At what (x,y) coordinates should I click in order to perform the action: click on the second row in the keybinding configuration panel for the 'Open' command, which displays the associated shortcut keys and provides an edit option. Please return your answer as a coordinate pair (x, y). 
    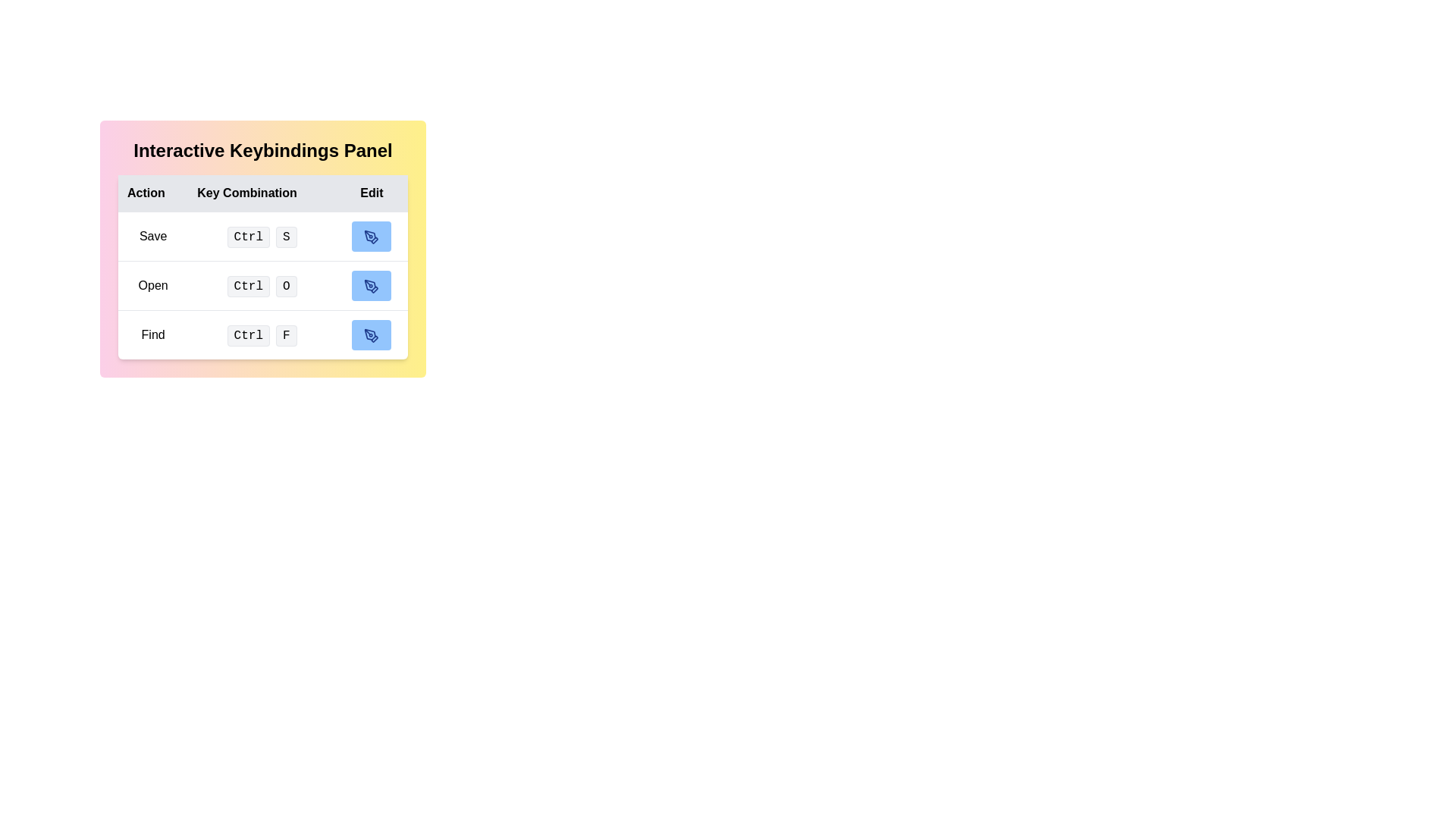
    Looking at the image, I should click on (262, 286).